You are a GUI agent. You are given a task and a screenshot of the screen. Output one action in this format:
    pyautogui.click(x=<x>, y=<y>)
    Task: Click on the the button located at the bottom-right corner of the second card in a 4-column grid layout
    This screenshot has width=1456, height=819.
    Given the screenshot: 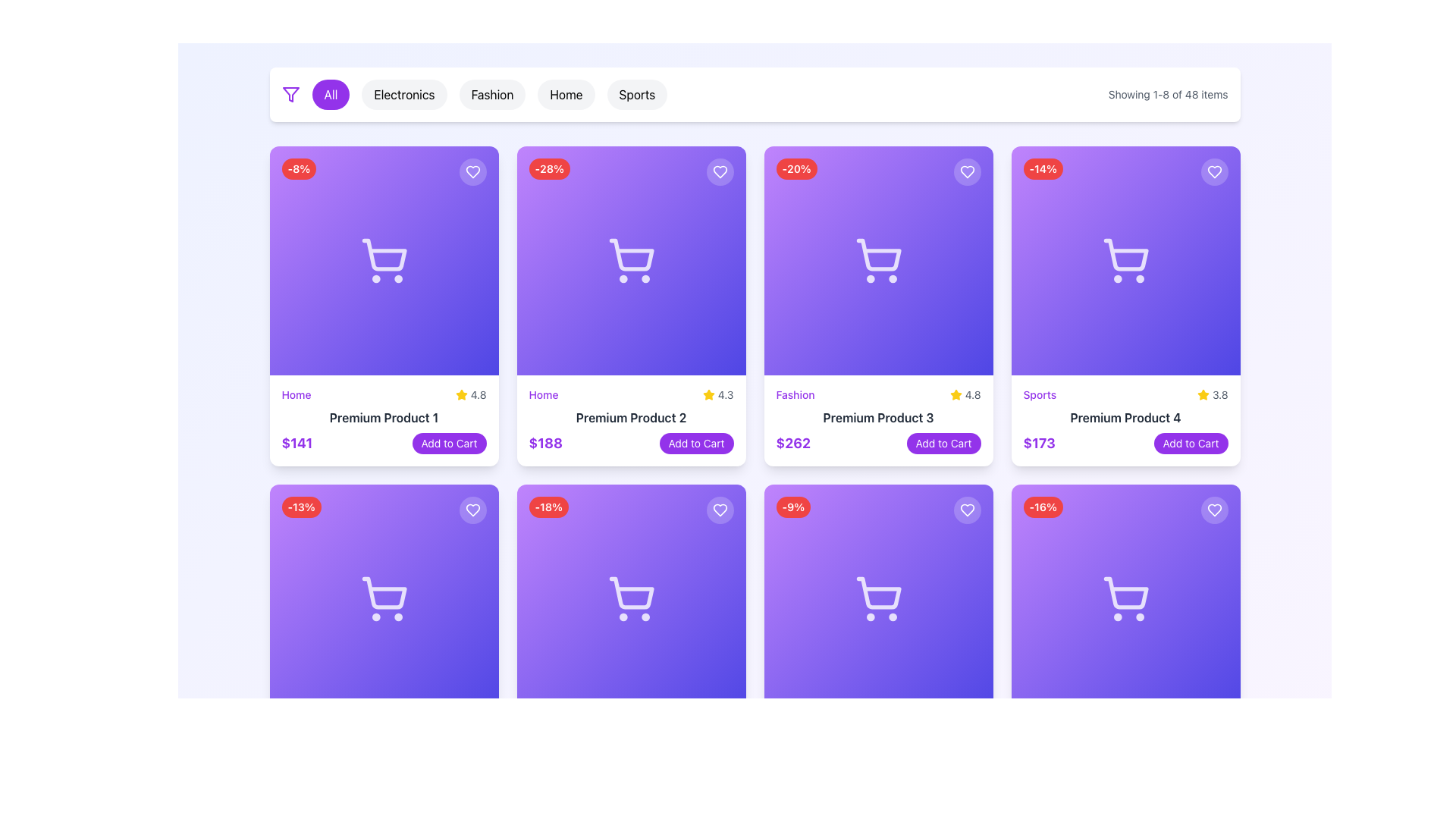 What is the action you would take?
    pyautogui.click(x=695, y=444)
    